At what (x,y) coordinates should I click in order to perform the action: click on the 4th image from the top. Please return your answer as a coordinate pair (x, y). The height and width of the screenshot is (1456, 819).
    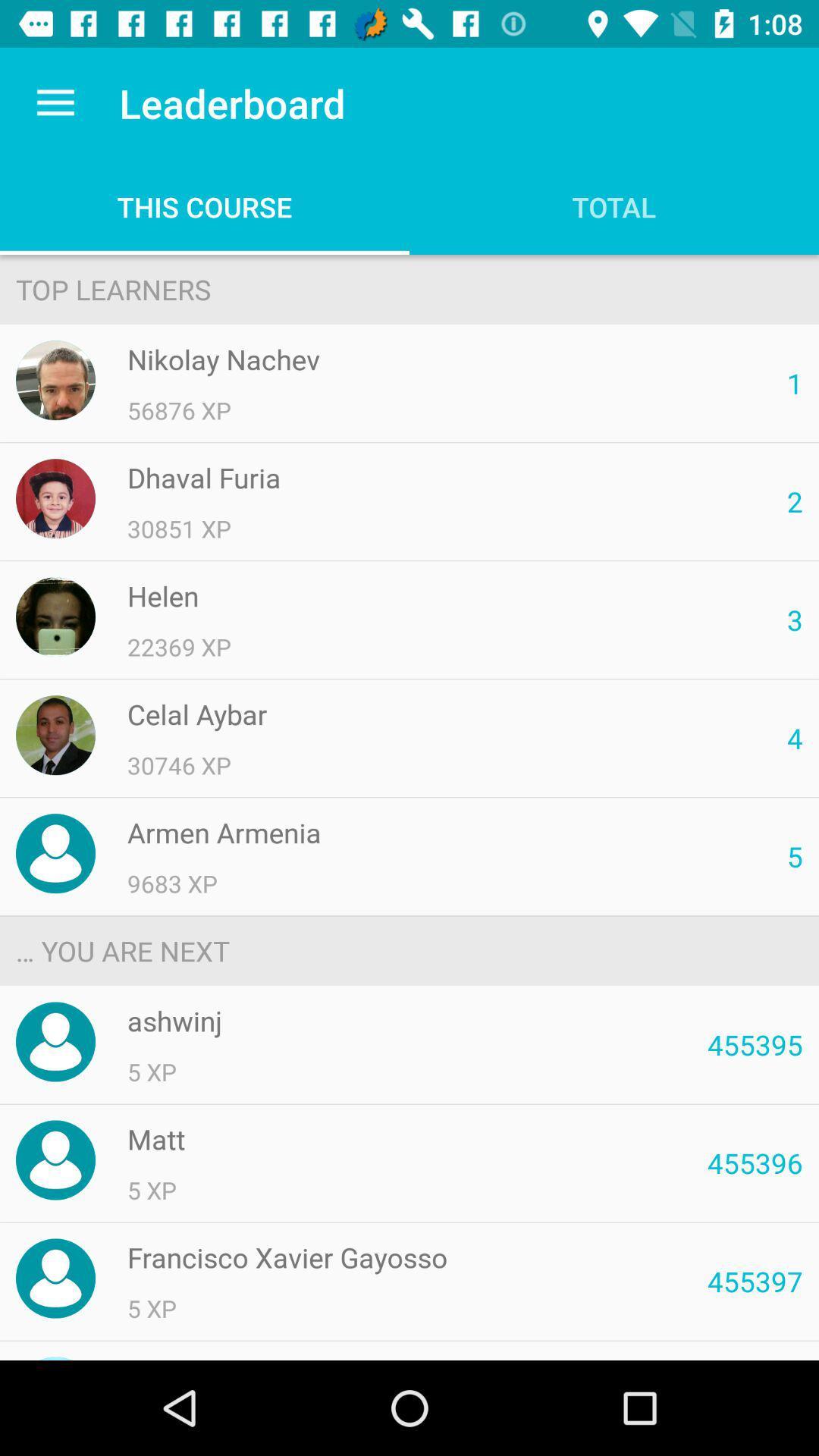
    Looking at the image, I should click on (55, 735).